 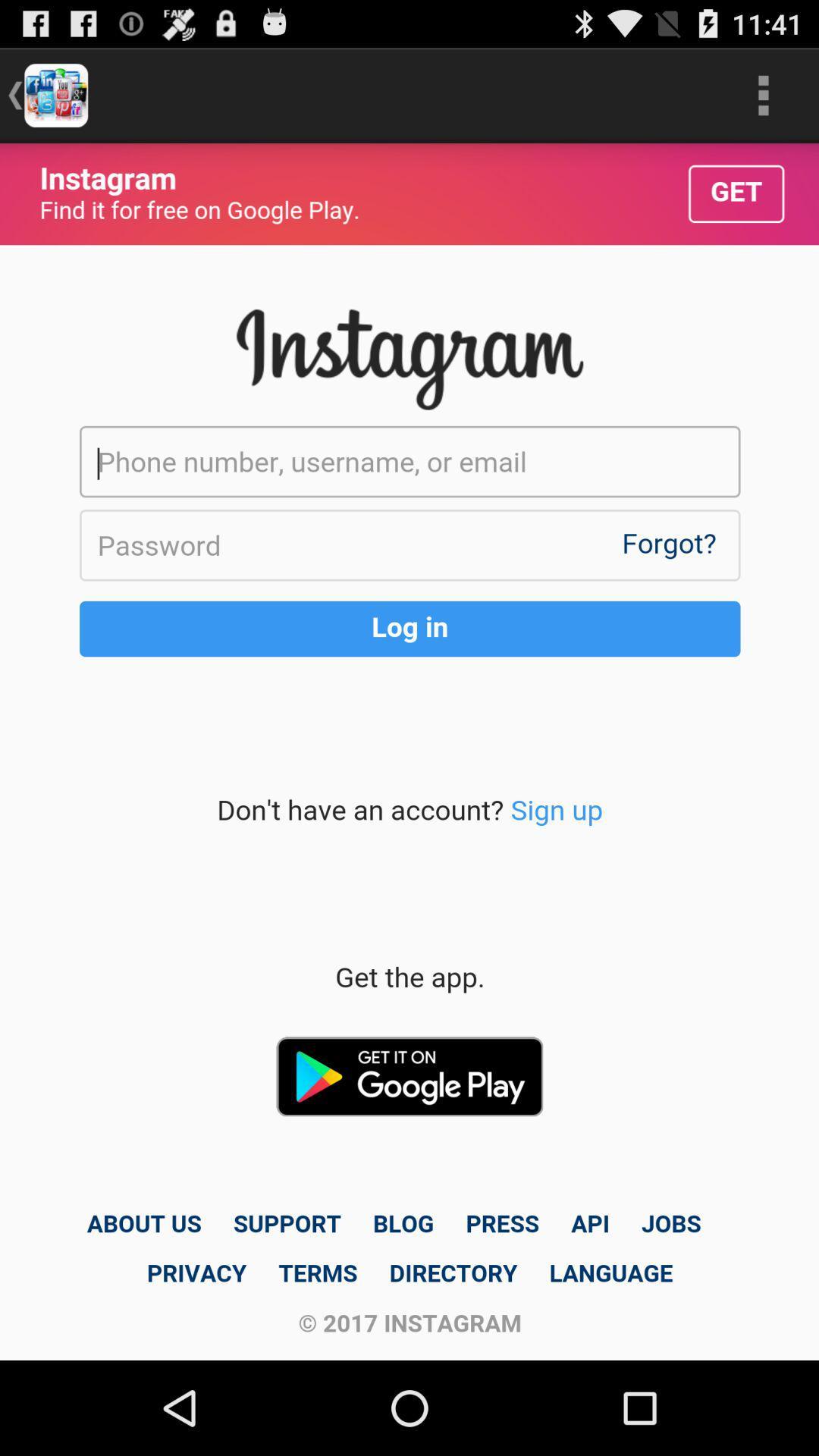 I want to click on instagram app from google paly, so click(x=409, y=752).